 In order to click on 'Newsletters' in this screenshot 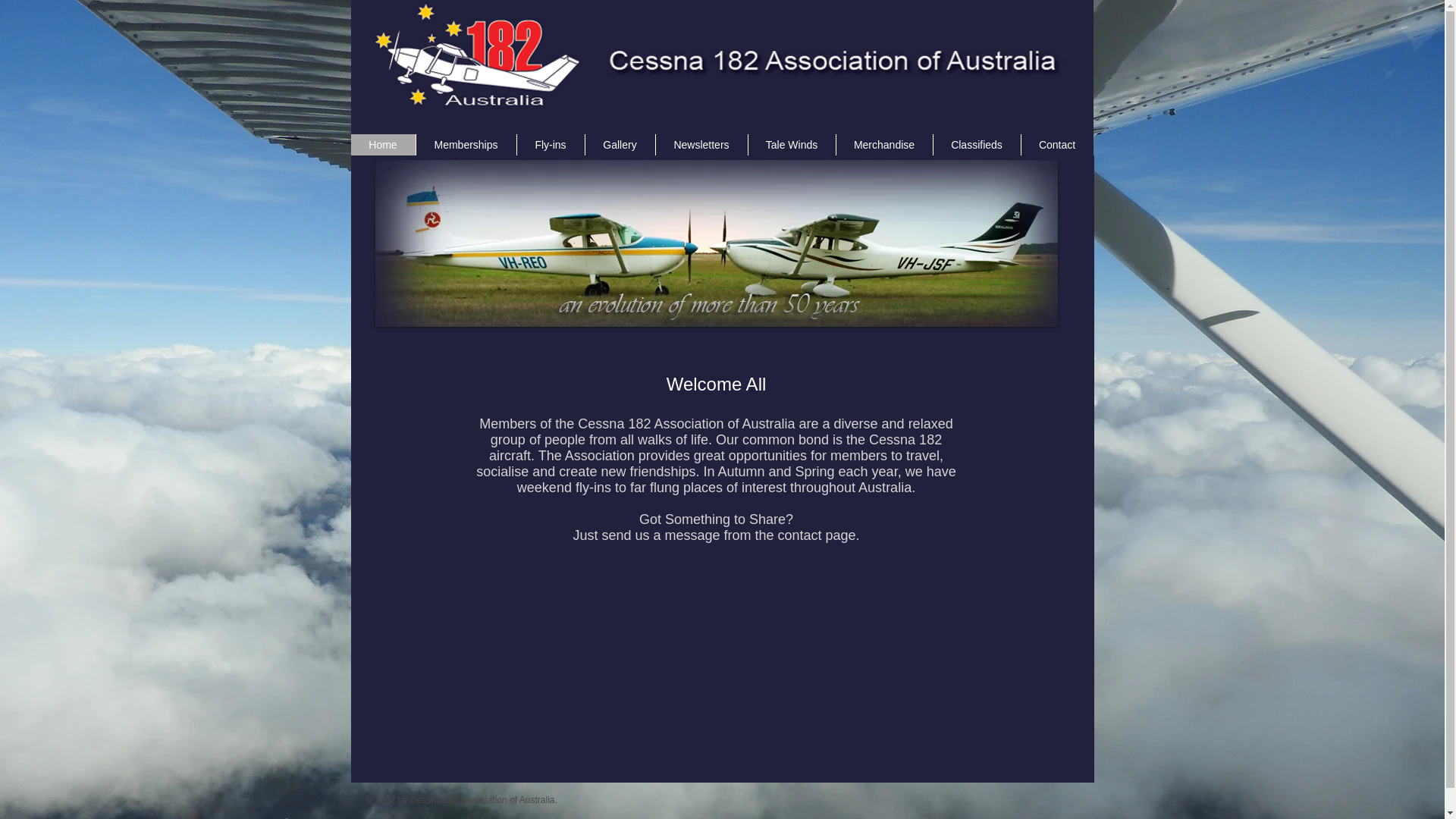, I will do `click(701, 145)`.